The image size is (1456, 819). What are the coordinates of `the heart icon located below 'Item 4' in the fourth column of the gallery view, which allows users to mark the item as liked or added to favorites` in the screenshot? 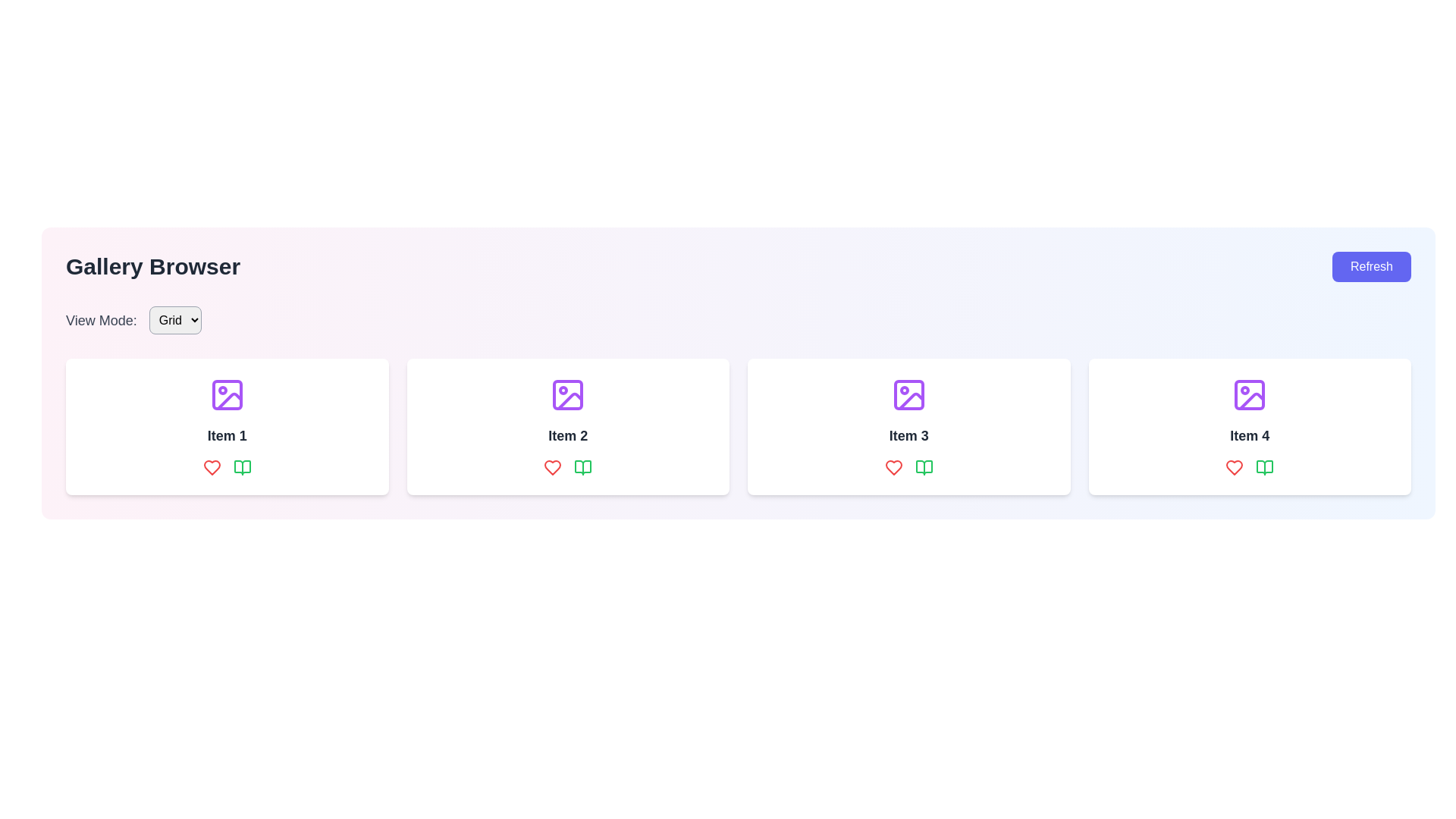 It's located at (1235, 467).